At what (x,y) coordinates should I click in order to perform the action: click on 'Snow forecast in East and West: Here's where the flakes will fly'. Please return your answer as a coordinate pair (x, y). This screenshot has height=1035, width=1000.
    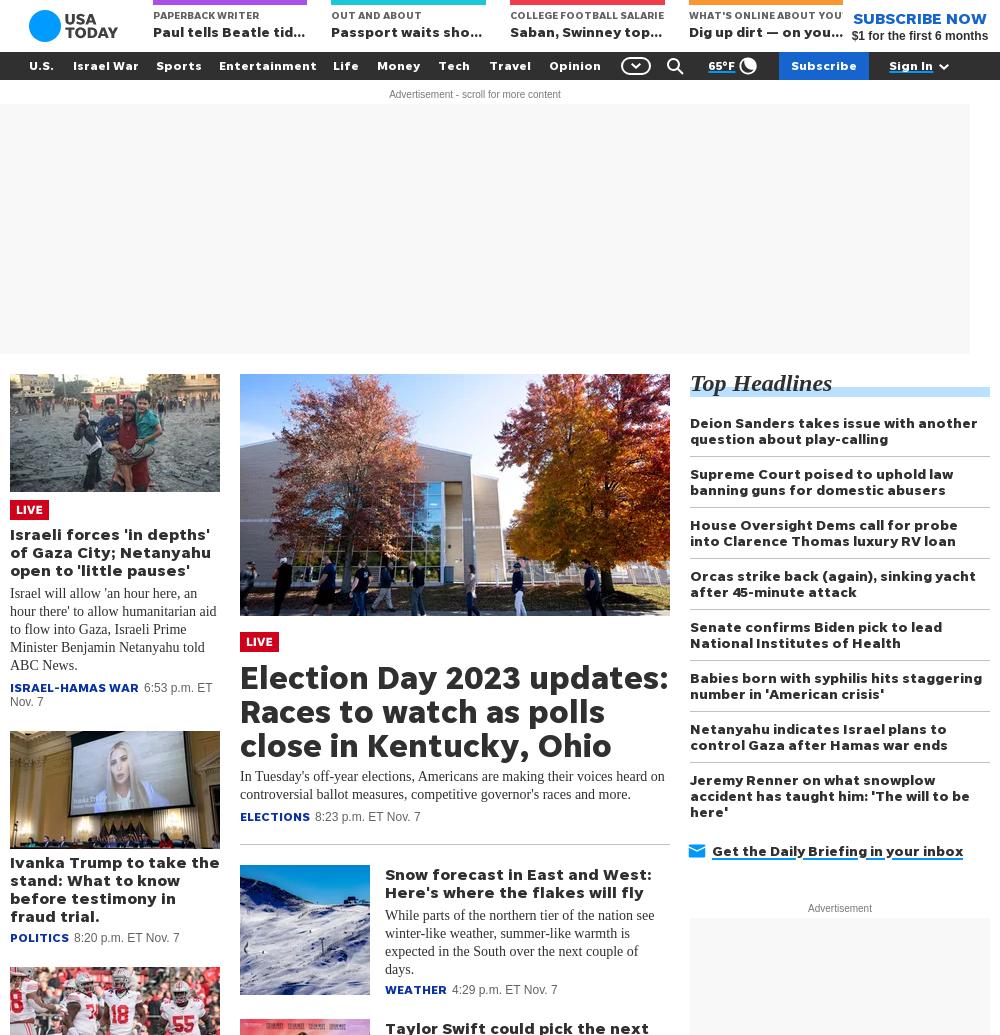
    Looking at the image, I should click on (518, 881).